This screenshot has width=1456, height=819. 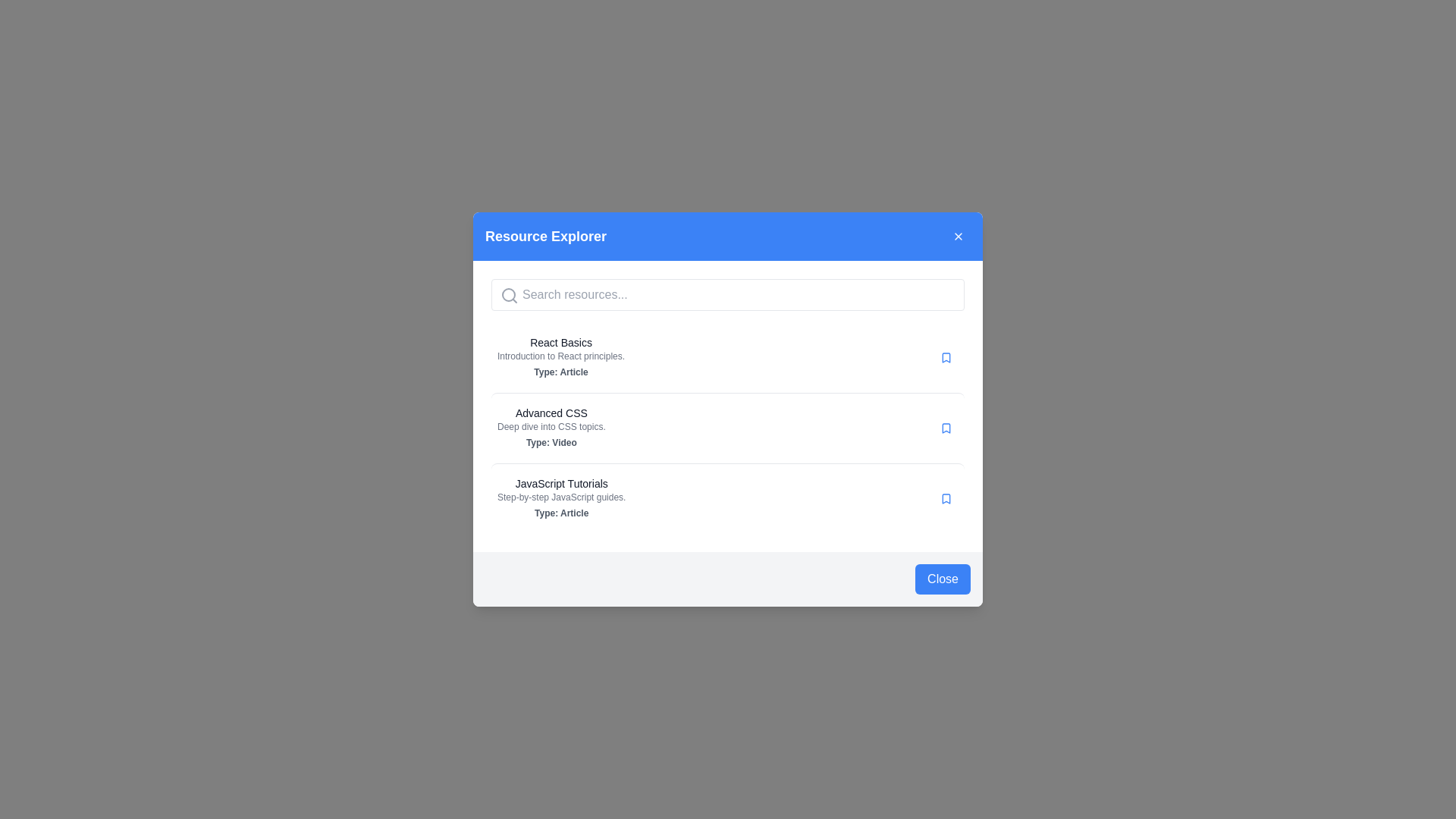 What do you see at coordinates (510, 295) in the screenshot?
I see `the search icon located on the left side of the input field inside the 'Resource Explorer' modal, which indicates the search functionality` at bounding box center [510, 295].